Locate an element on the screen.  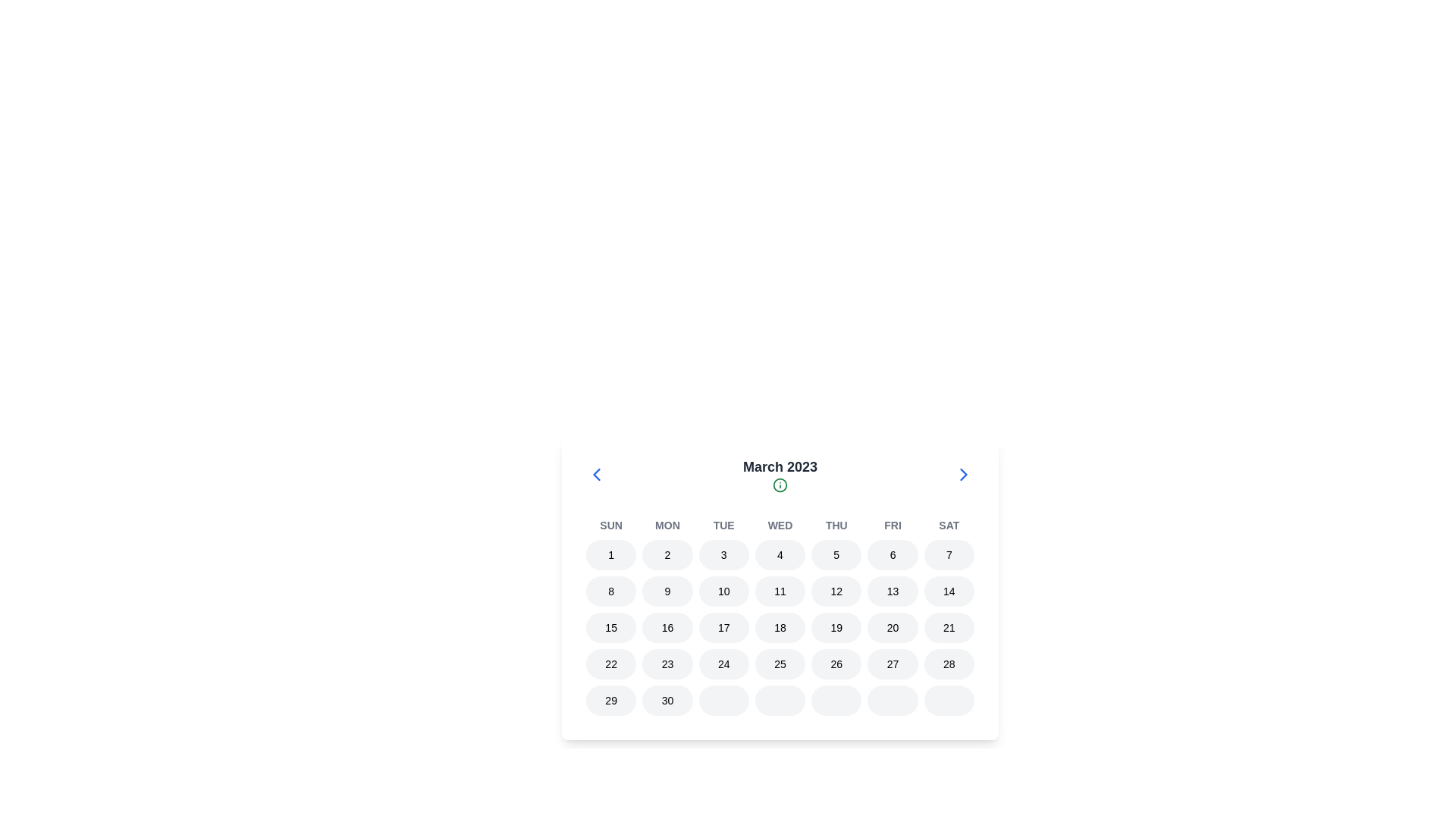
the circular button displaying the number '14' is located at coordinates (948, 590).